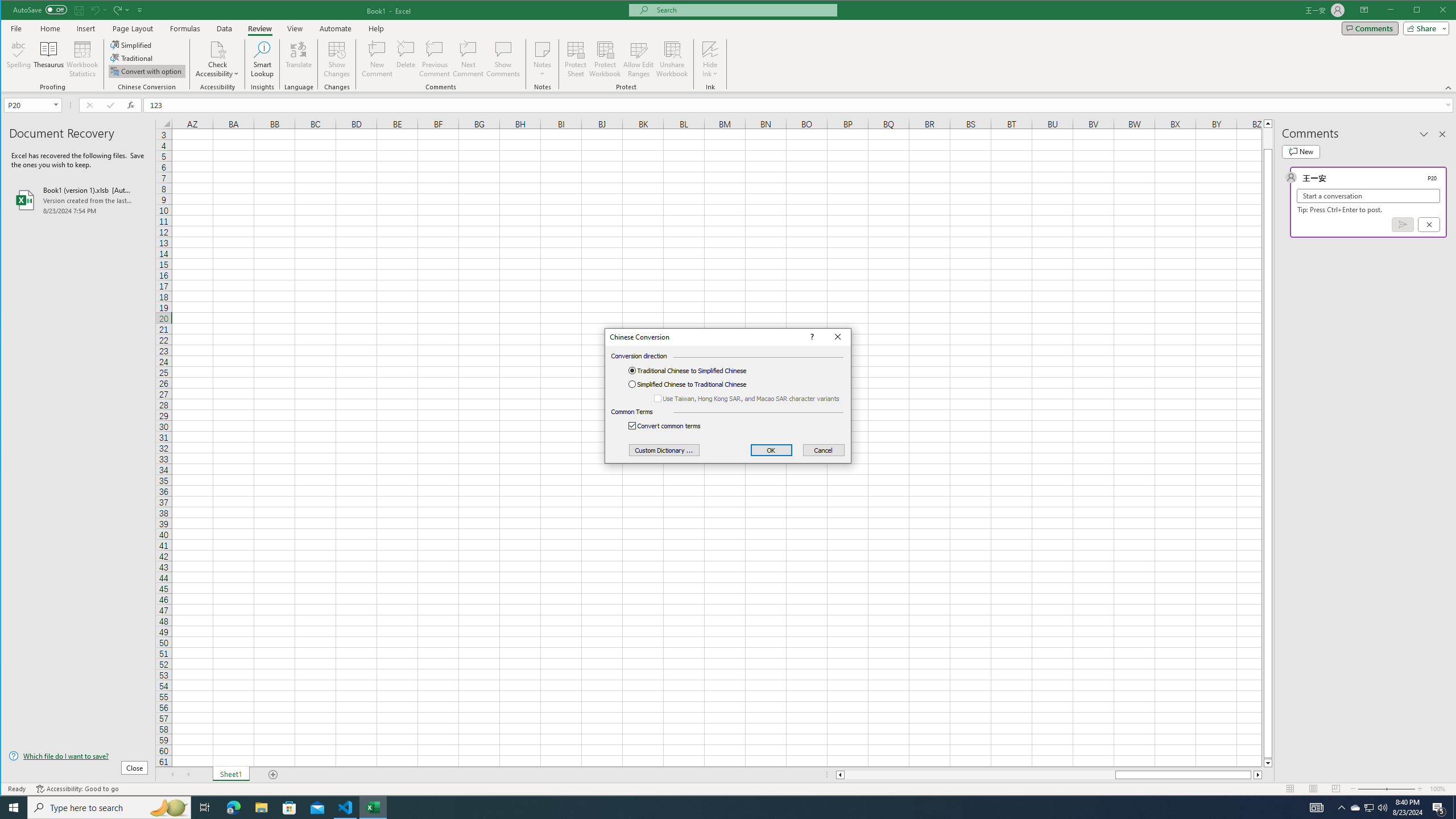 The width and height of the screenshot is (1456, 819). What do you see at coordinates (1433, 11) in the screenshot?
I see `'Maximize'` at bounding box center [1433, 11].